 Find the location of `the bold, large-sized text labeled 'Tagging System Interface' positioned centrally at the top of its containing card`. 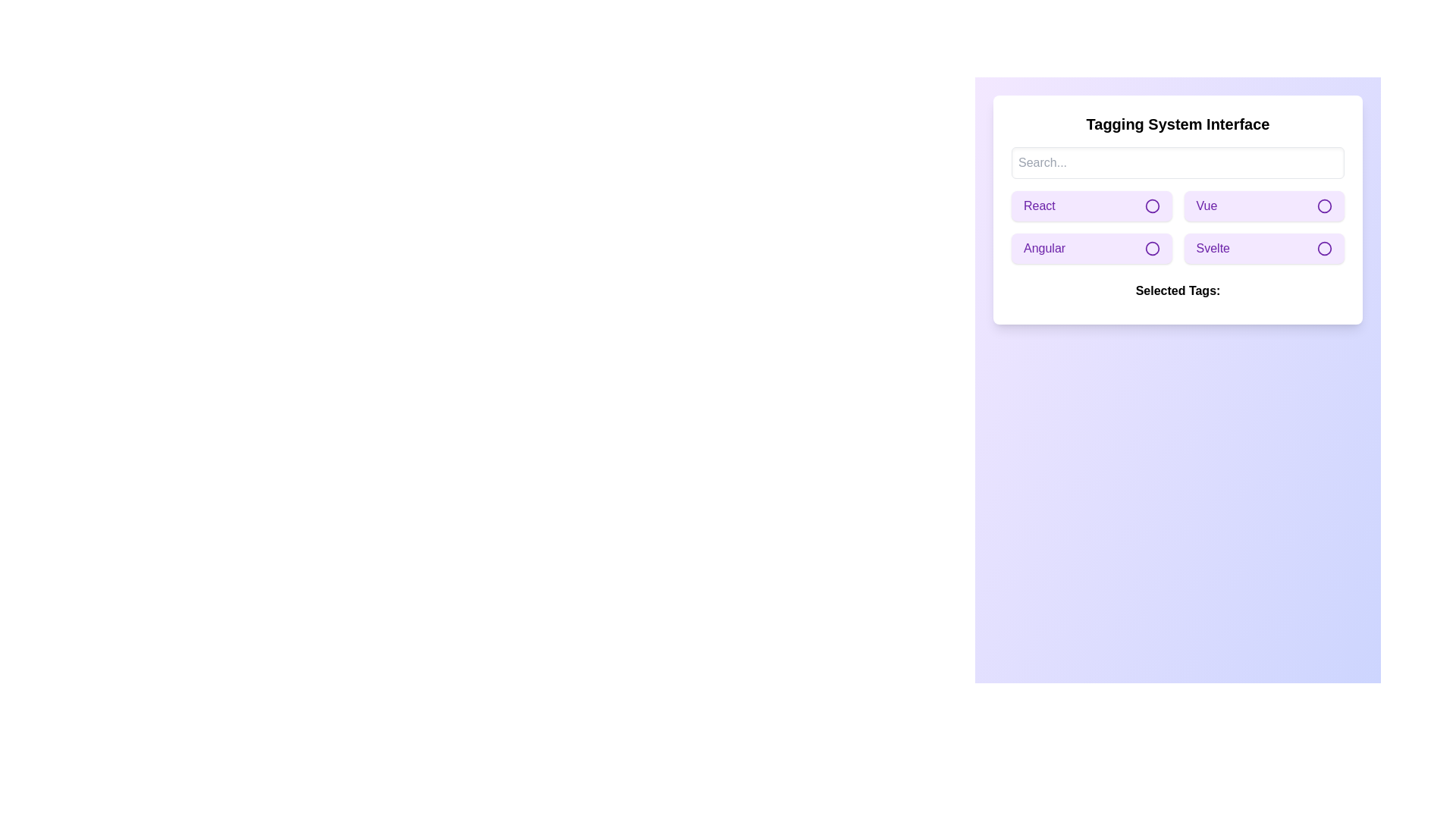

the bold, large-sized text labeled 'Tagging System Interface' positioned centrally at the top of its containing card is located at coordinates (1177, 124).